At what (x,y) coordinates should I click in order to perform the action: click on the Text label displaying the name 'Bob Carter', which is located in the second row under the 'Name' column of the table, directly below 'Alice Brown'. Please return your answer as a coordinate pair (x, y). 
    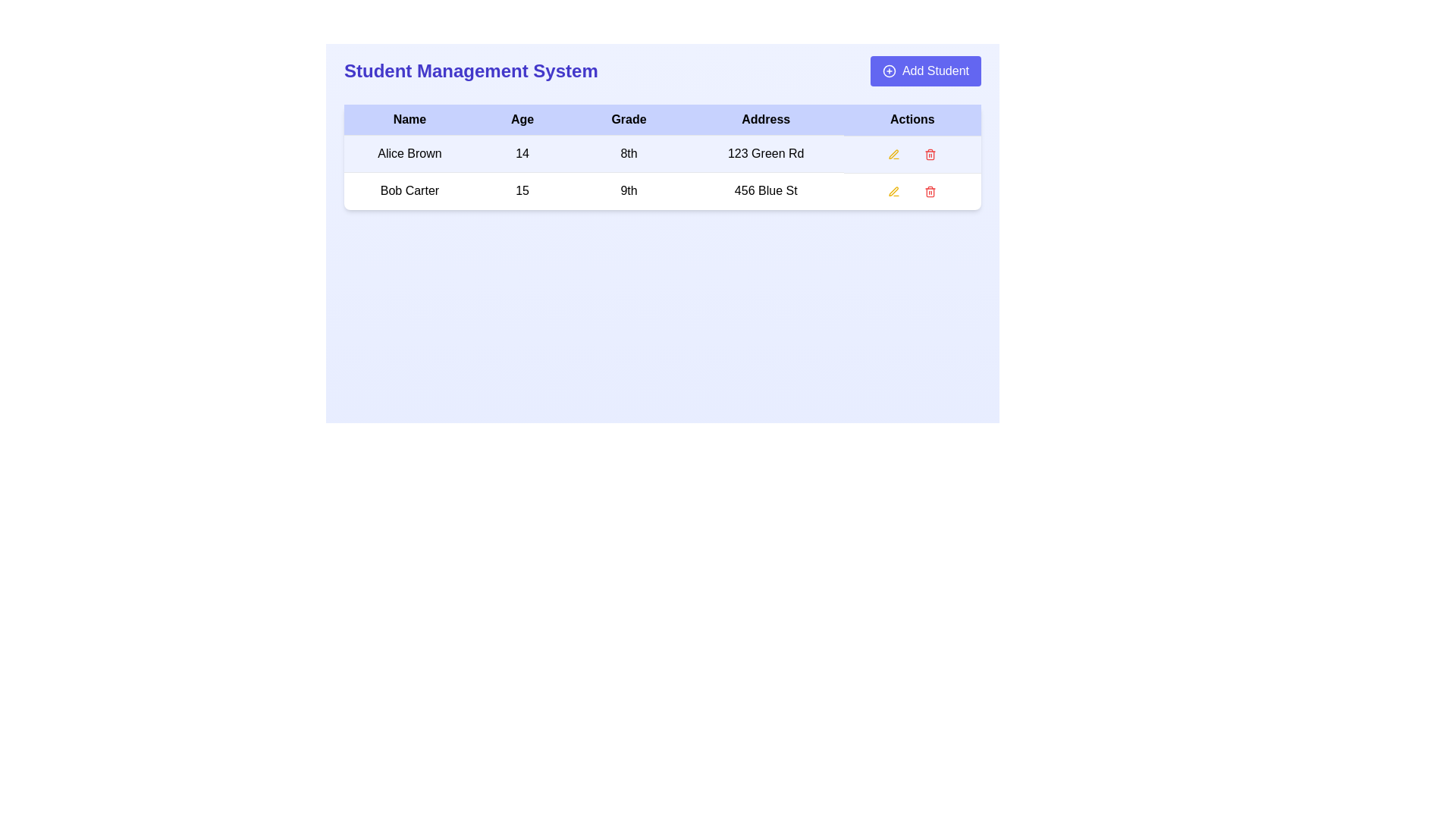
    Looking at the image, I should click on (409, 190).